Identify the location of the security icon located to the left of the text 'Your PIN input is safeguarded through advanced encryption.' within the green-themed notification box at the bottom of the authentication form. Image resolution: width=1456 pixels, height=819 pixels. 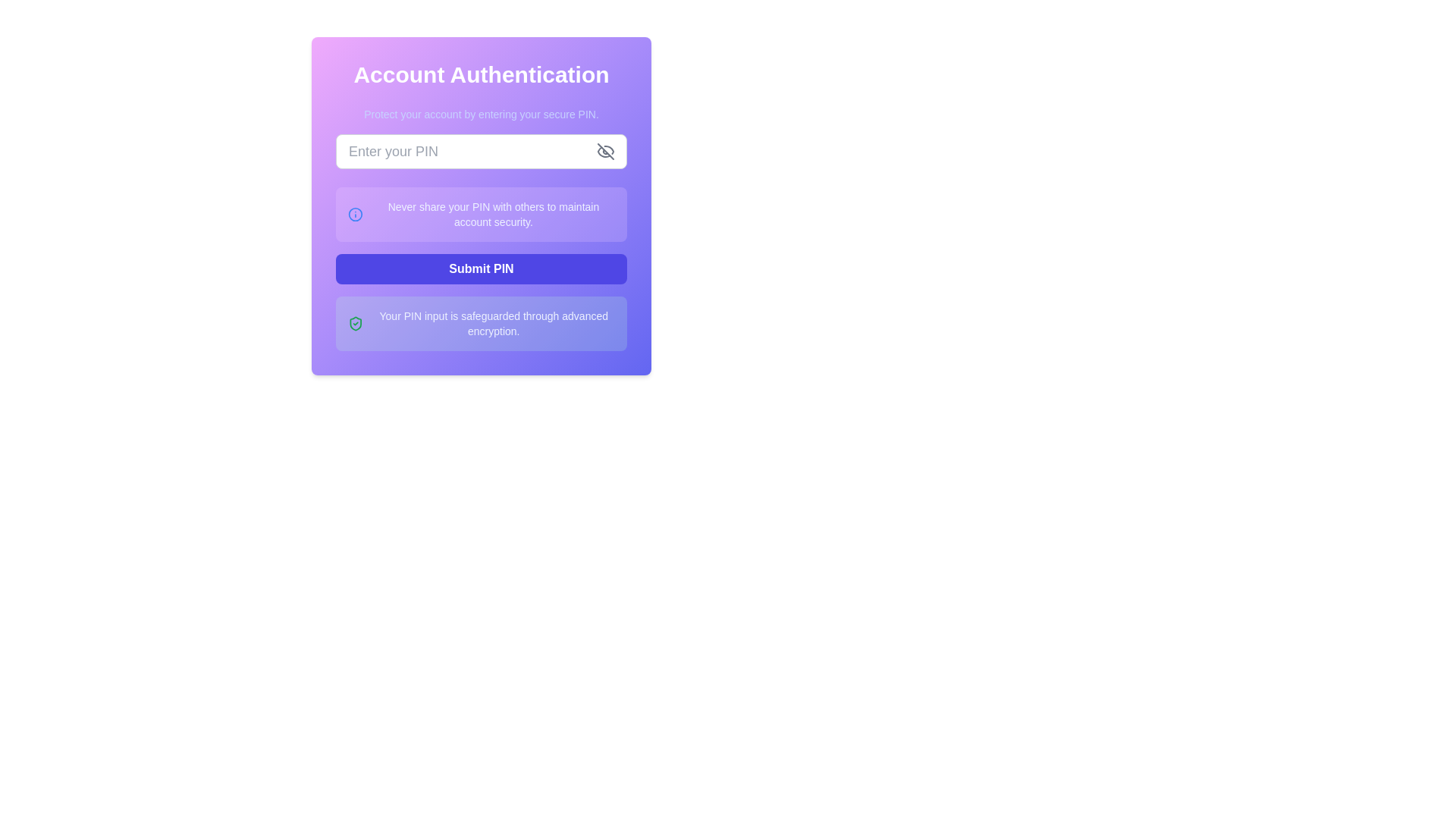
(355, 323).